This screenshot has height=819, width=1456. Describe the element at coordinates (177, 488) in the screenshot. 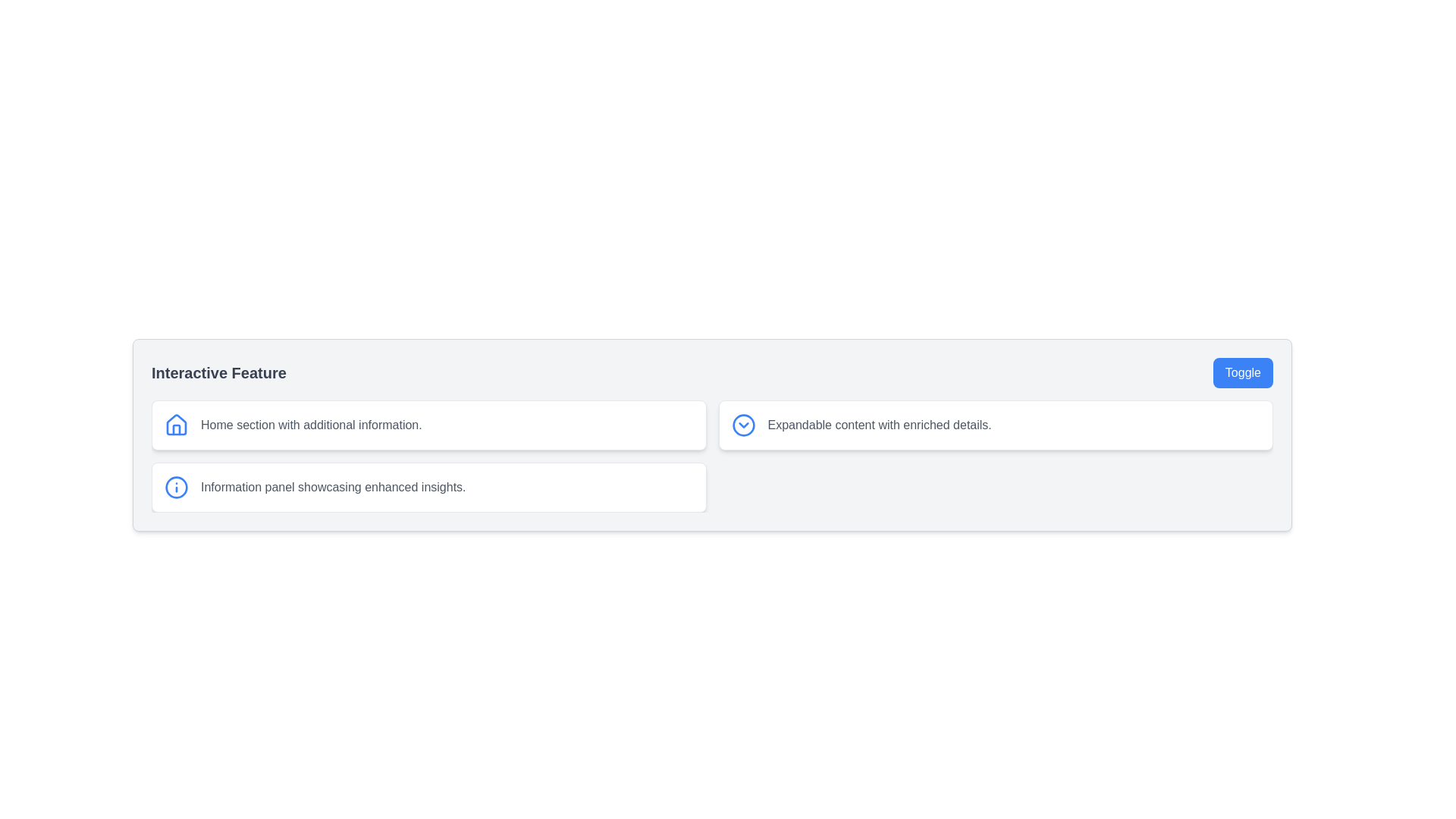

I see `the informational SVG icon located on the left side of the 'Information panel showcasing enhanced insights.' text in the lower left quadrant of the interface` at that location.